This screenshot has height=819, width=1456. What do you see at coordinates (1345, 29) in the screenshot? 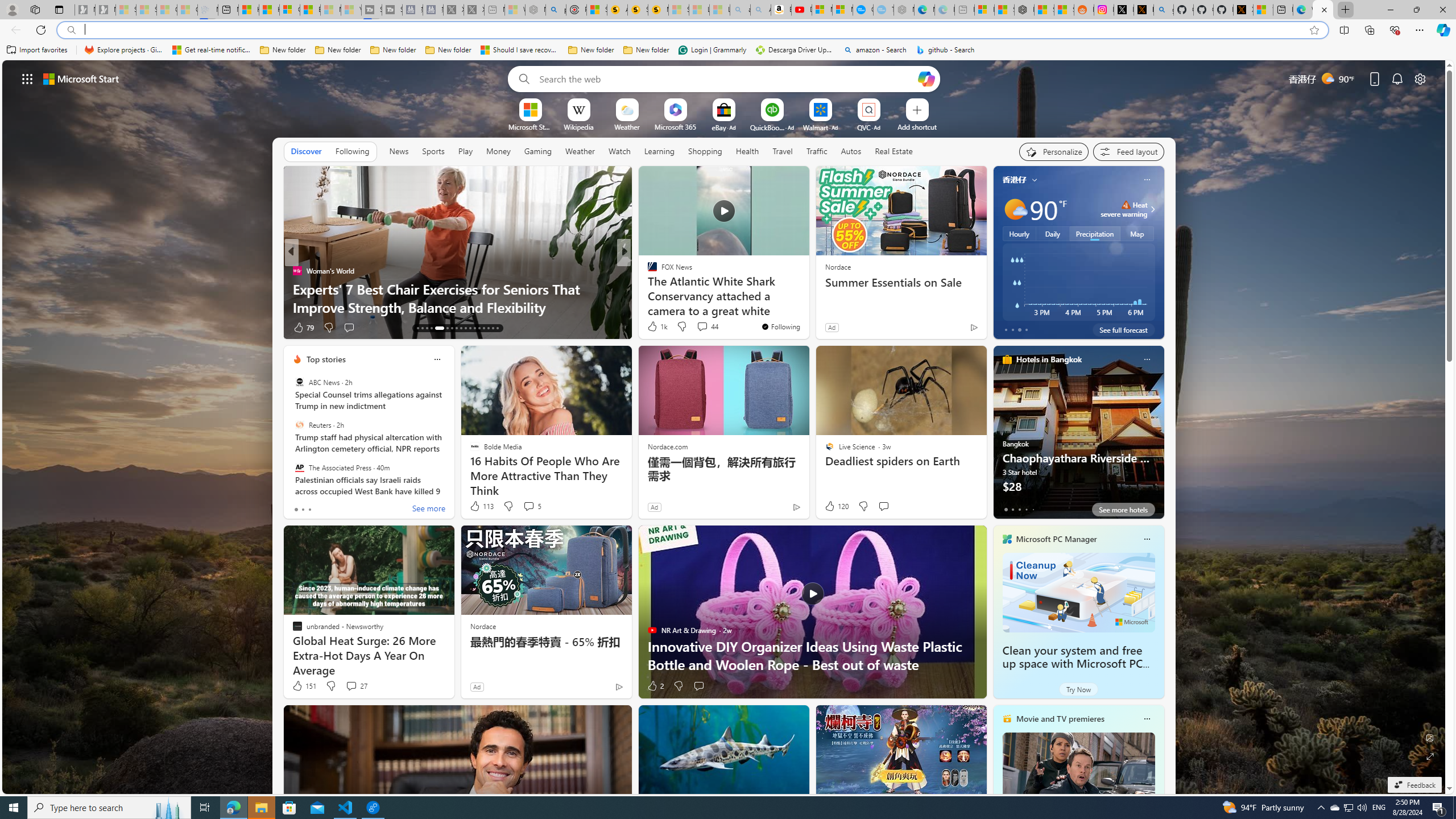
I see `'Split screen'` at bounding box center [1345, 29].